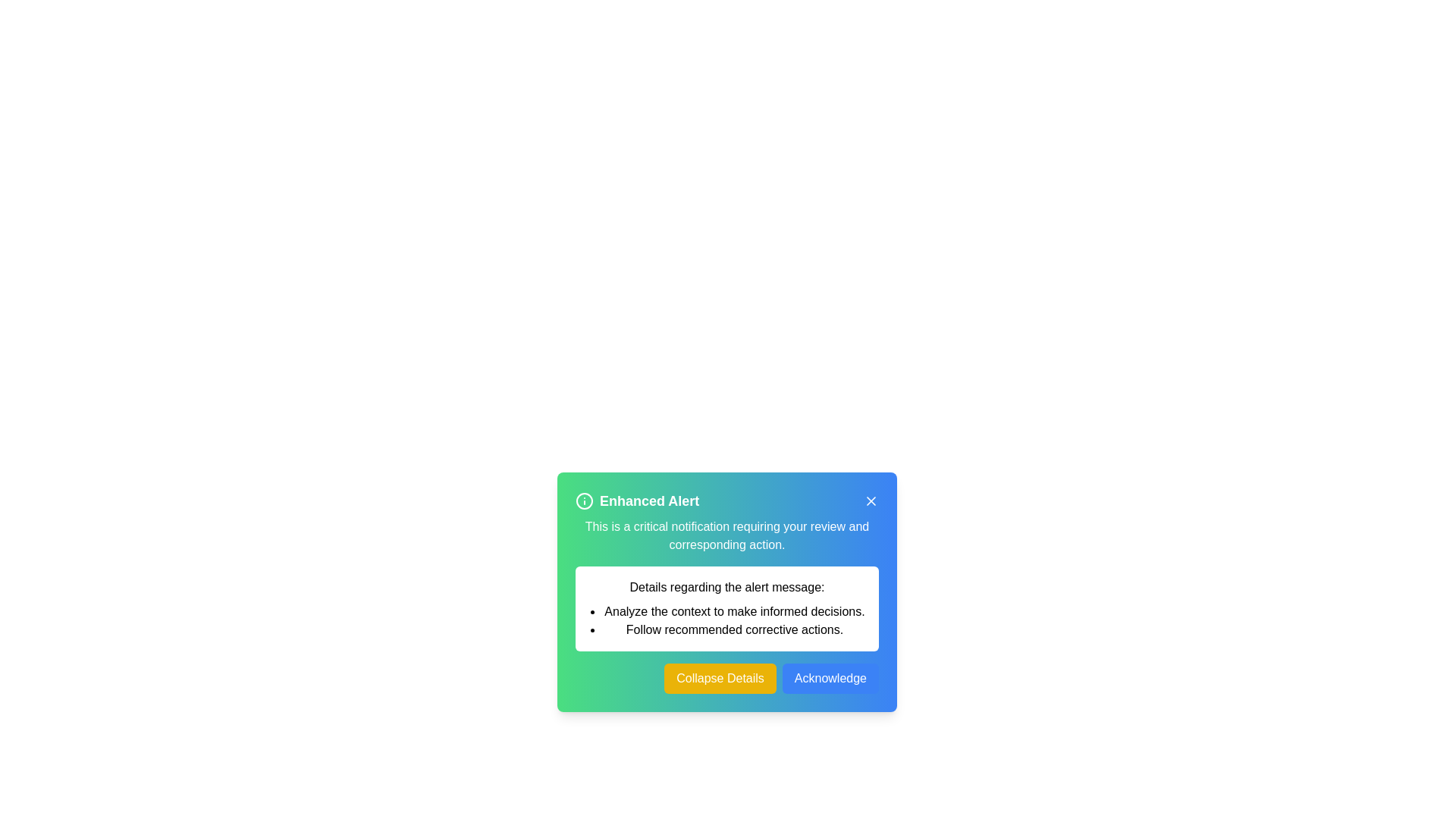 The height and width of the screenshot is (819, 1456). Describe the element at coordinates (726, 677) in the screenshot. I see `the yellow rectangular button labeled 'Collapse Details'` at that location.